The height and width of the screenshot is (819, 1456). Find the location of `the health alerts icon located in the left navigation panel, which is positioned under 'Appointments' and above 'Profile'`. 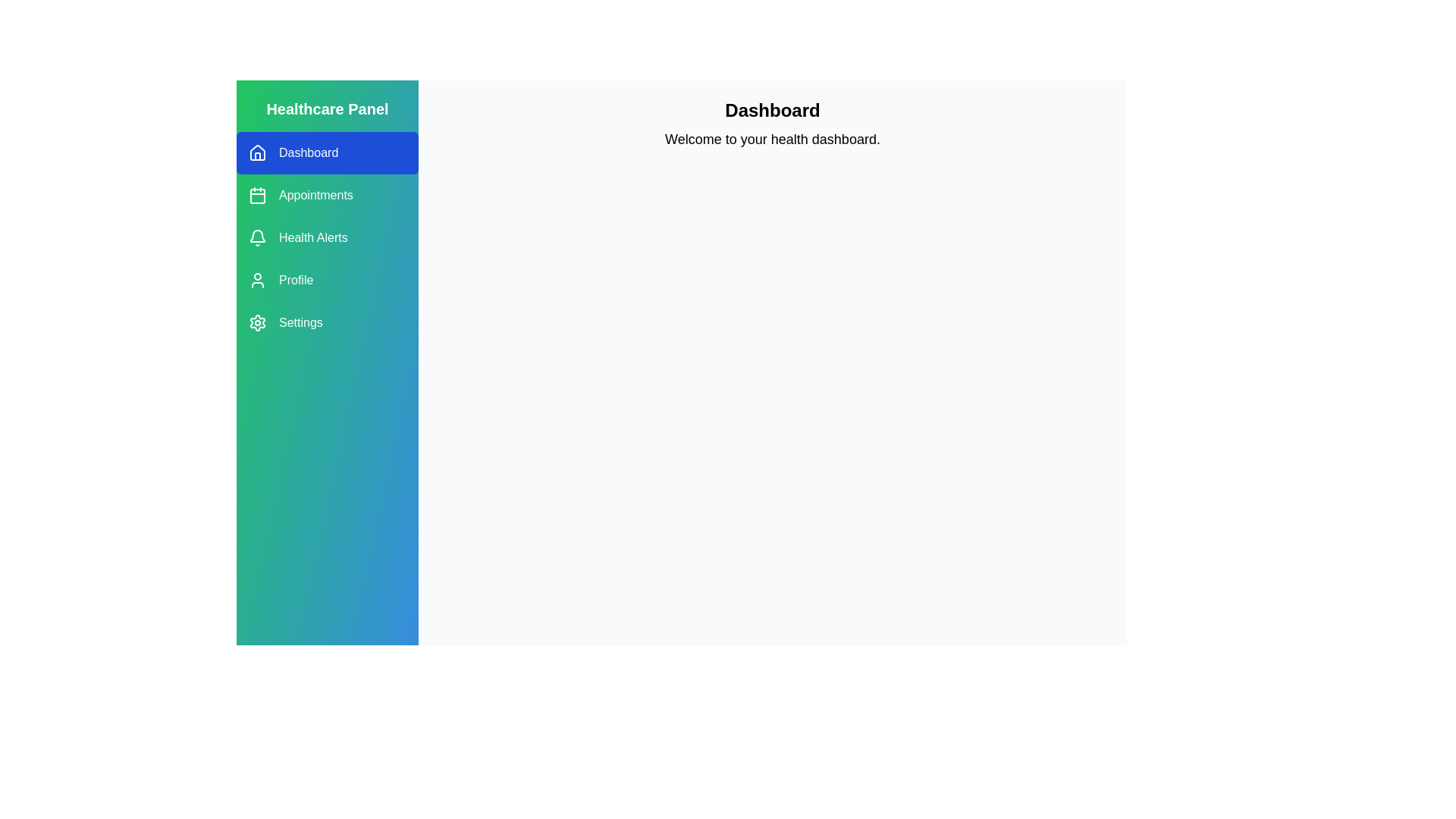

the health alerts icon located in the left navigation panel, which is positioned under 'Appointments' and above 'Profile' is located at coordinates (258, 237).